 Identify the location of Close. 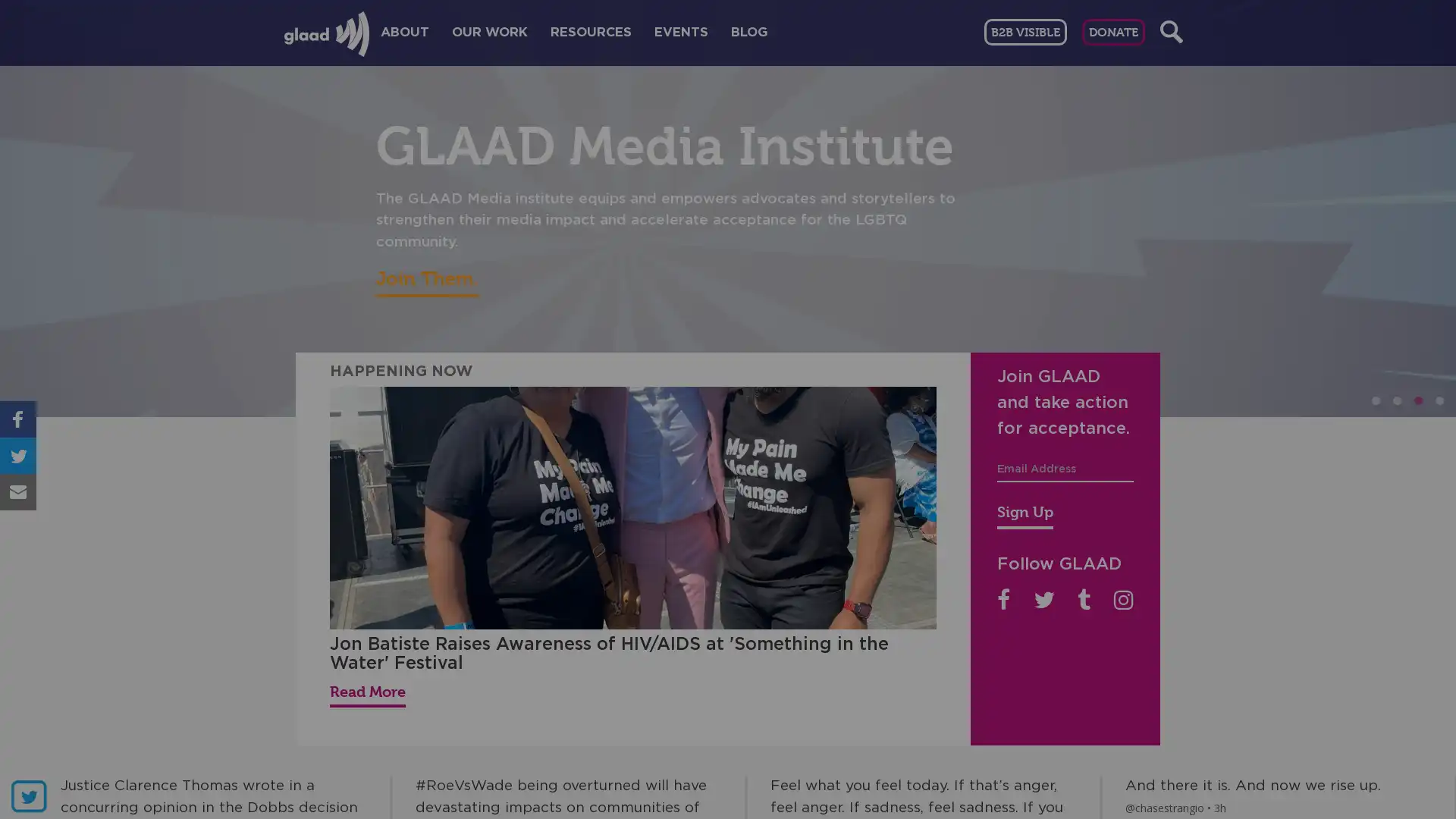
(1106, 180).